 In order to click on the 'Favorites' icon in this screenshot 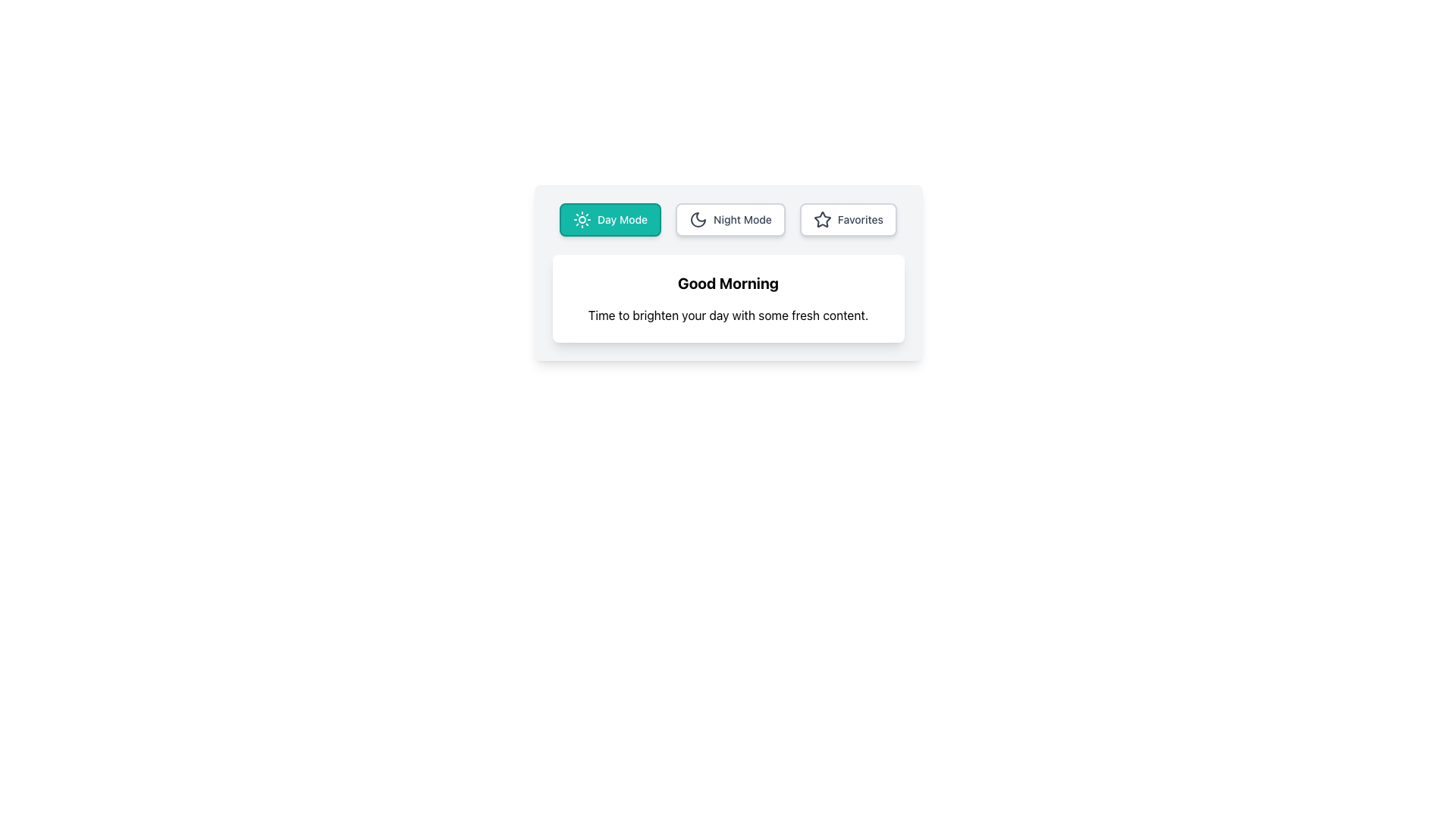, I will do `click(821, 219)`.